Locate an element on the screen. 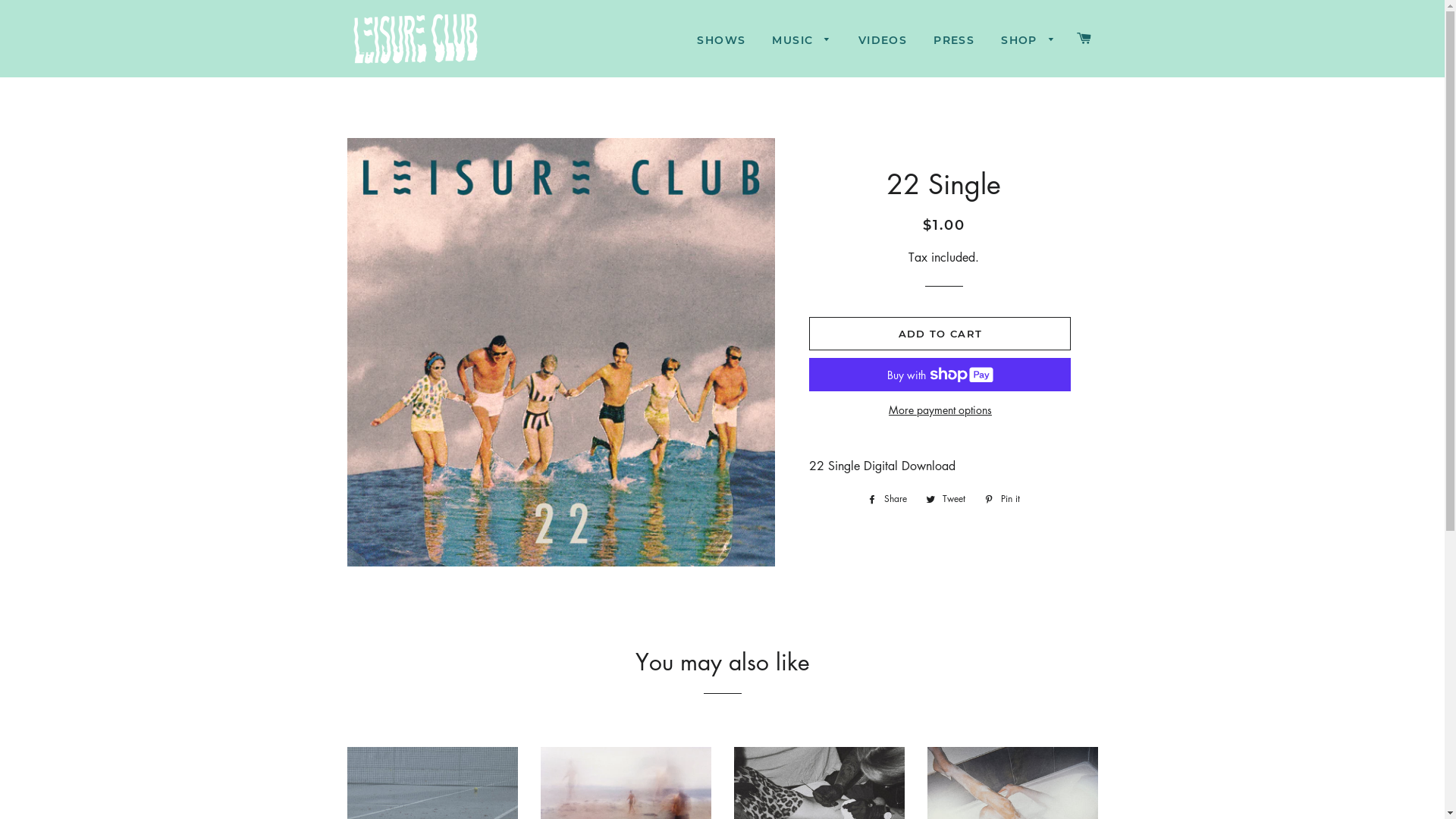 This screenshot has width=1456, height=819. 'Pin it is located at coordinates (1002, 499).